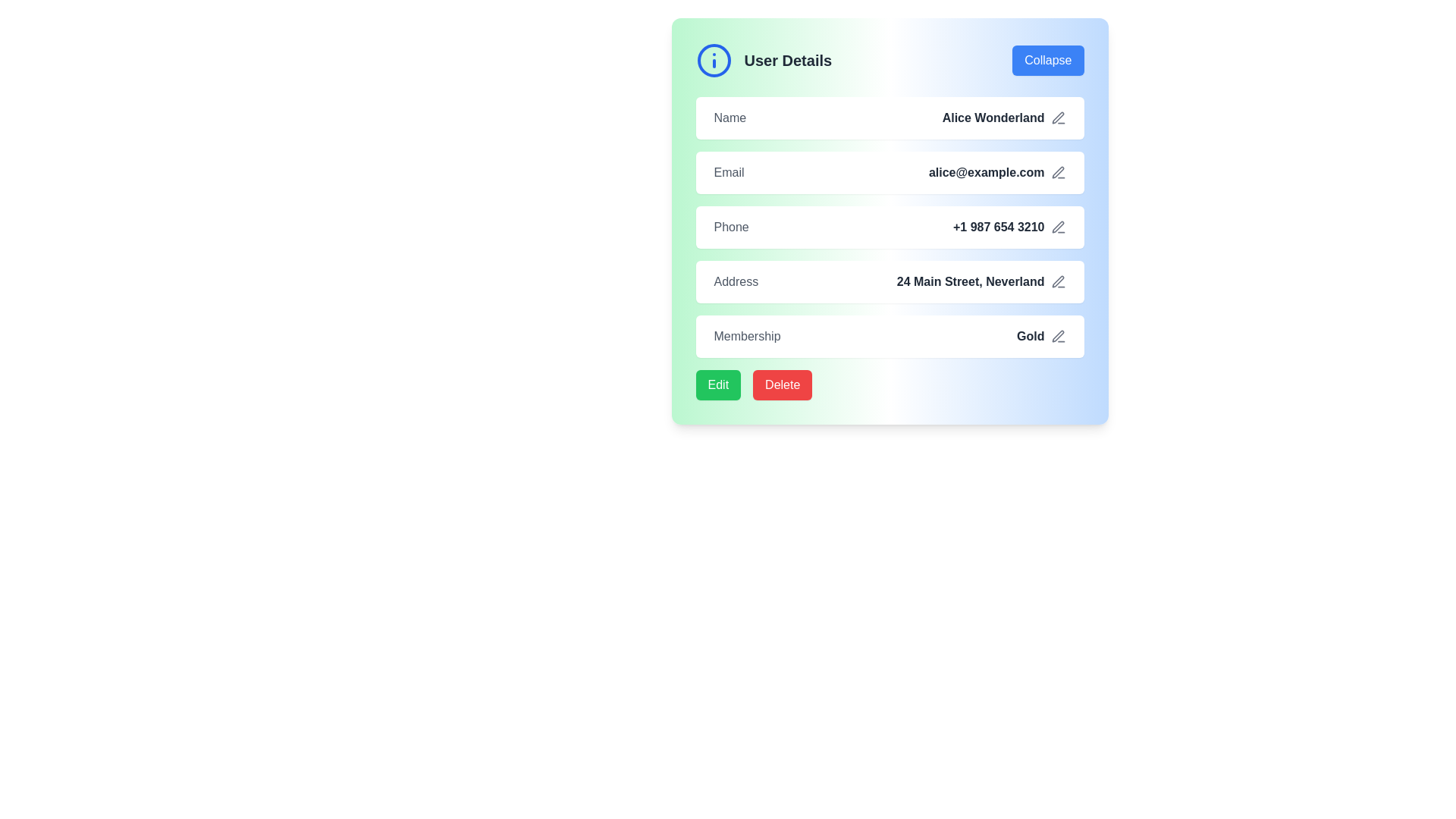 This screenshot has height=819, width=1456. Describe the element at coordinates (1057, 281) in the screenshot. I see `the pen icon button located to the right of the address text '24 Main Street, Neverland'` at that location.